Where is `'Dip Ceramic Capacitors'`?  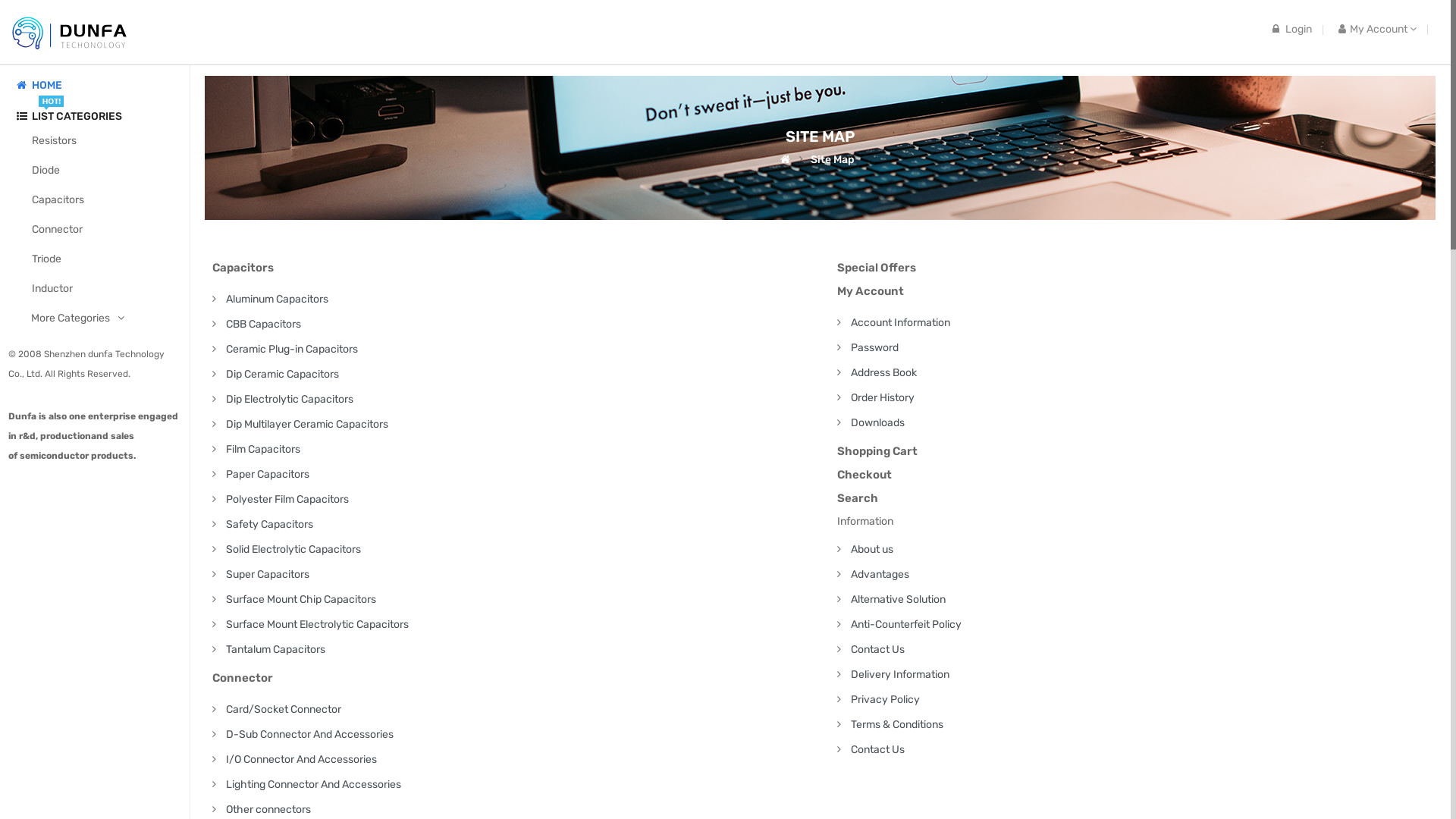 'Dip Ceramic Capacitors' is located at coordinates (224, 374).